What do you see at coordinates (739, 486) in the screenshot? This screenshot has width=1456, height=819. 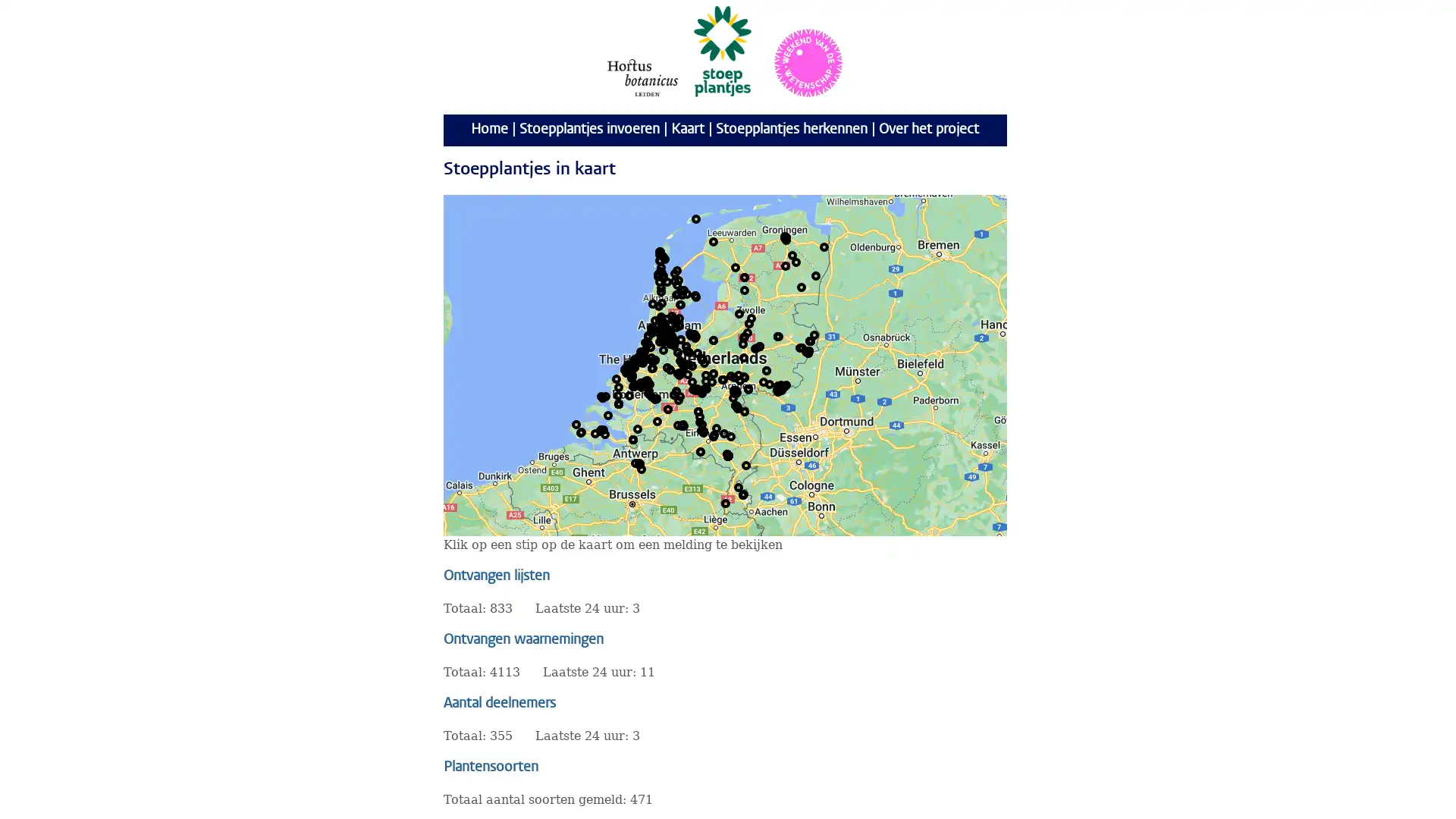 I see `Telling van waaromstaatdaardaneenster? op 22 januari 2022` at bounding box center [739, 486].